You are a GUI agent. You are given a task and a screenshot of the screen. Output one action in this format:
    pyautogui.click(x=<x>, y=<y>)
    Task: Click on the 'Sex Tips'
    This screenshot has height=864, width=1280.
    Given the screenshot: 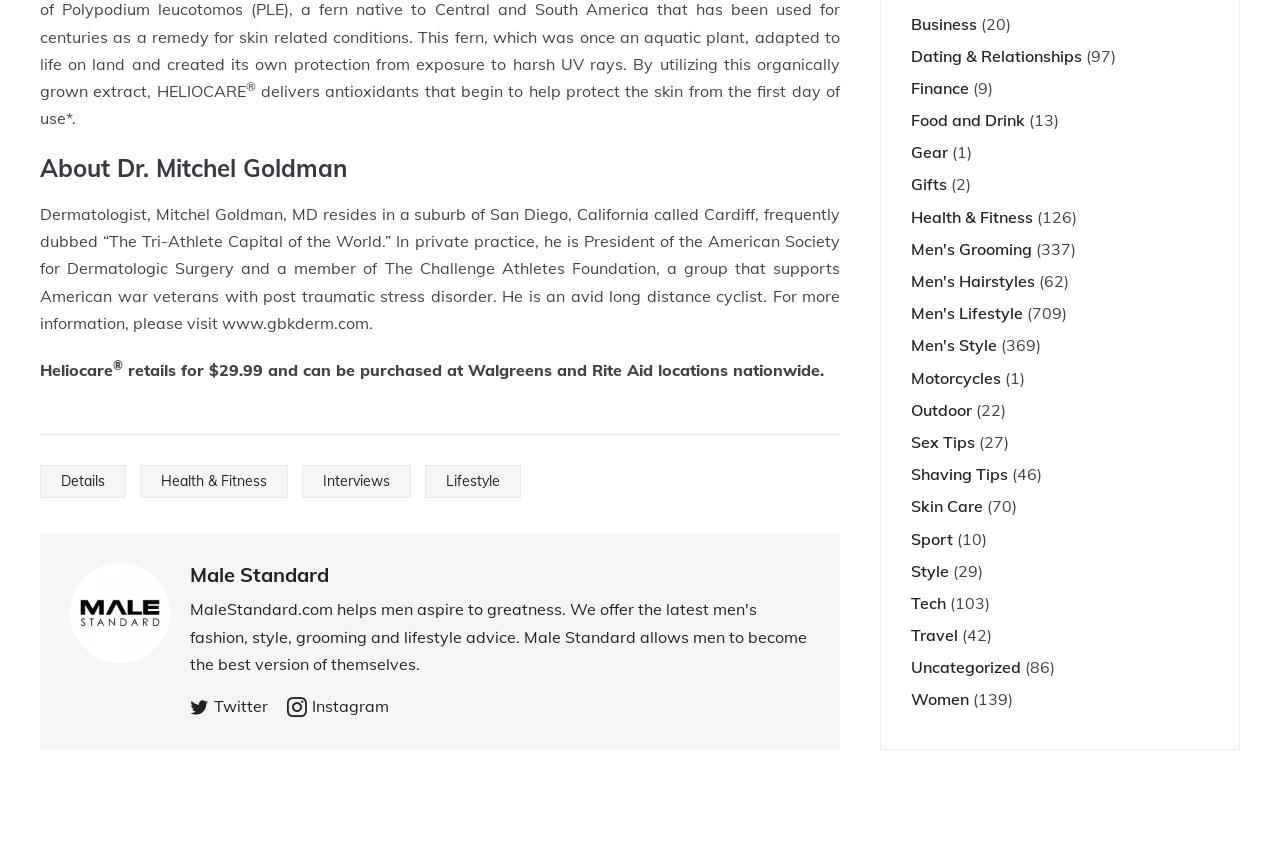 What is the action you would take?
    pyautogui.click(x=941, y=440)
    